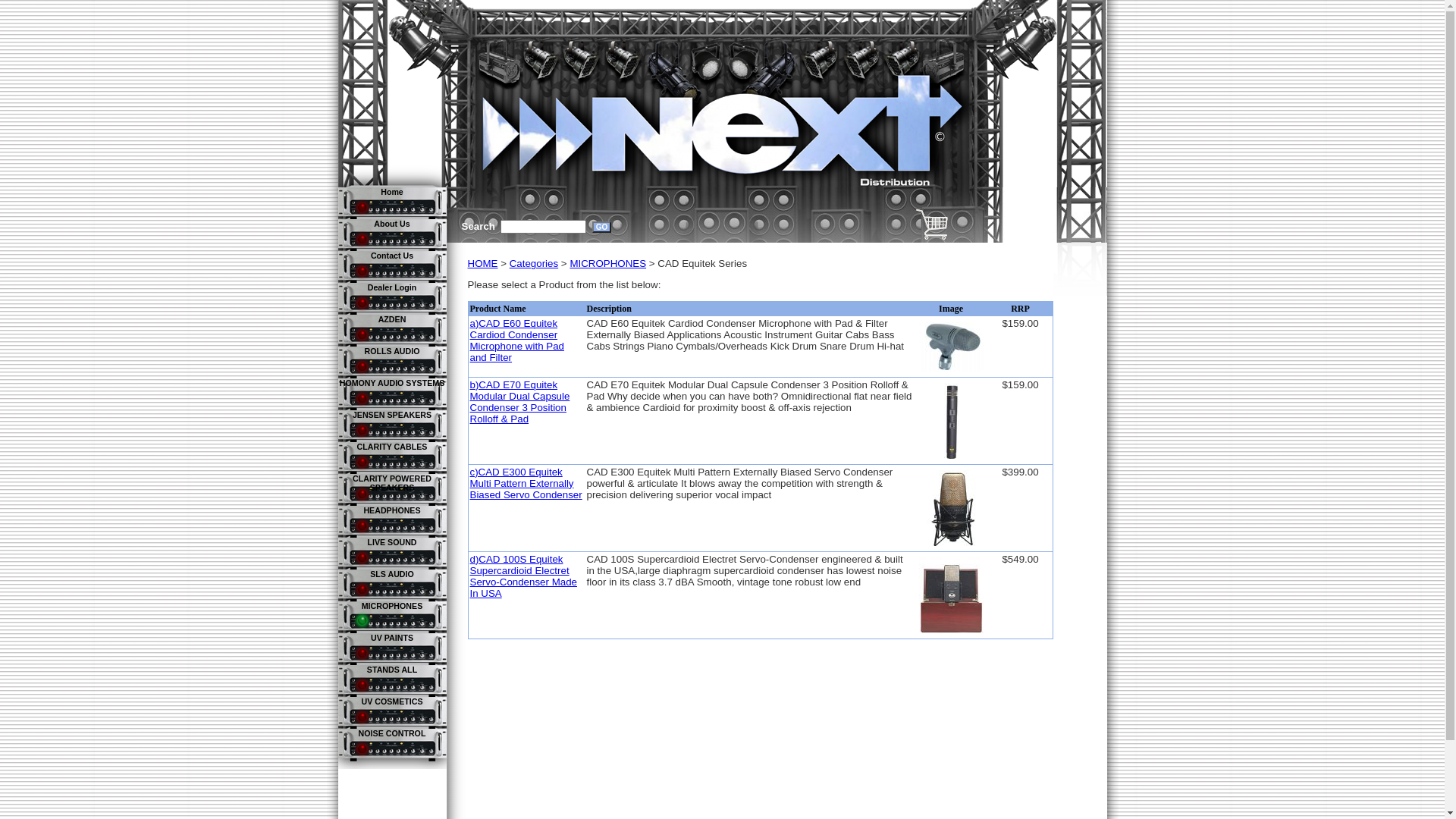 The image size is (1456, 819). What do you see at coordinates (482, 262) in the screenshot?
I see `'HOME'` at bounding box center [482, 262].